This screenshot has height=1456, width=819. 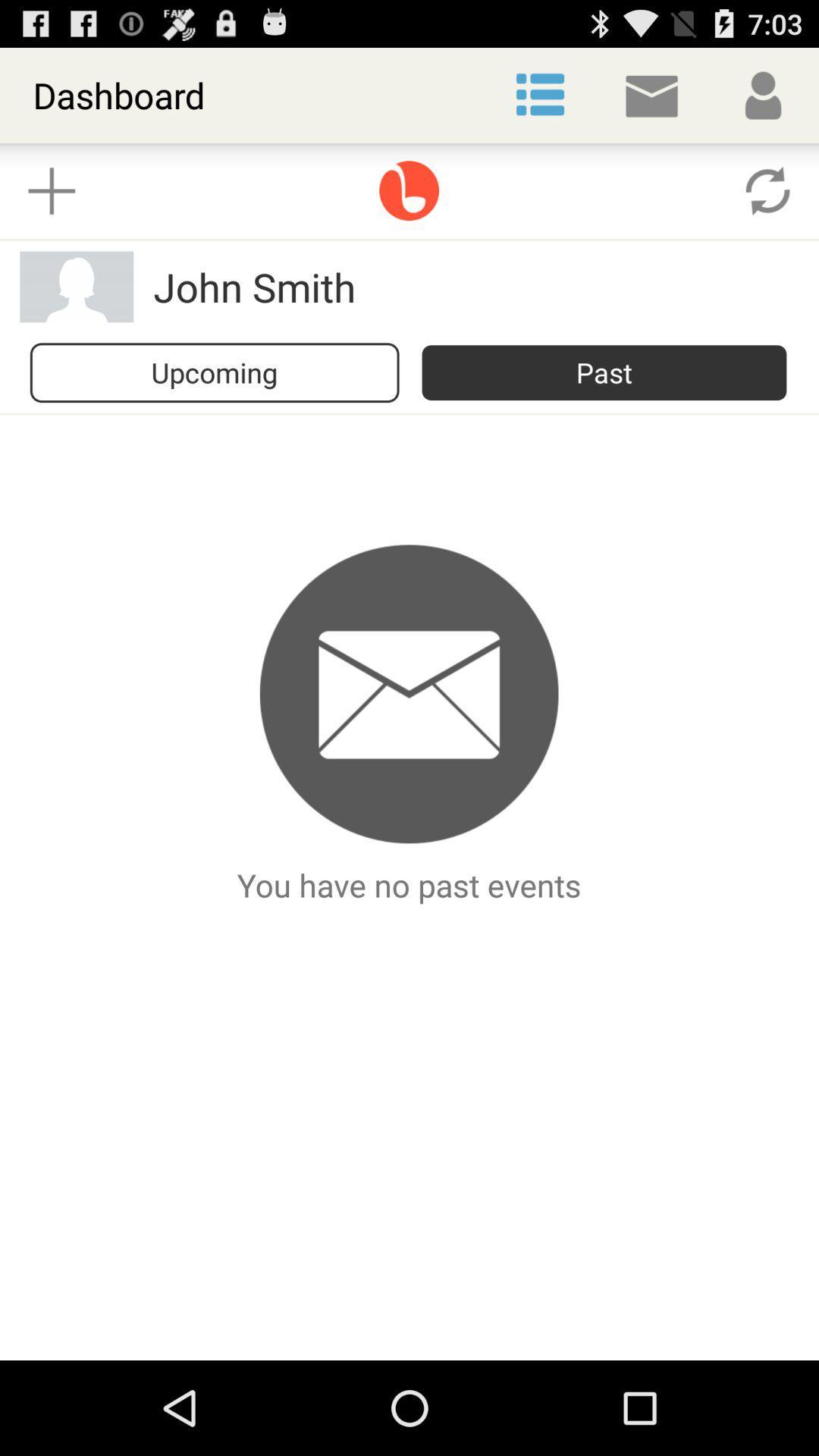 What do you see at coordinates (767, 203) in the screenshot?
I see `the refresh icon` at bounding box center [767, 203].